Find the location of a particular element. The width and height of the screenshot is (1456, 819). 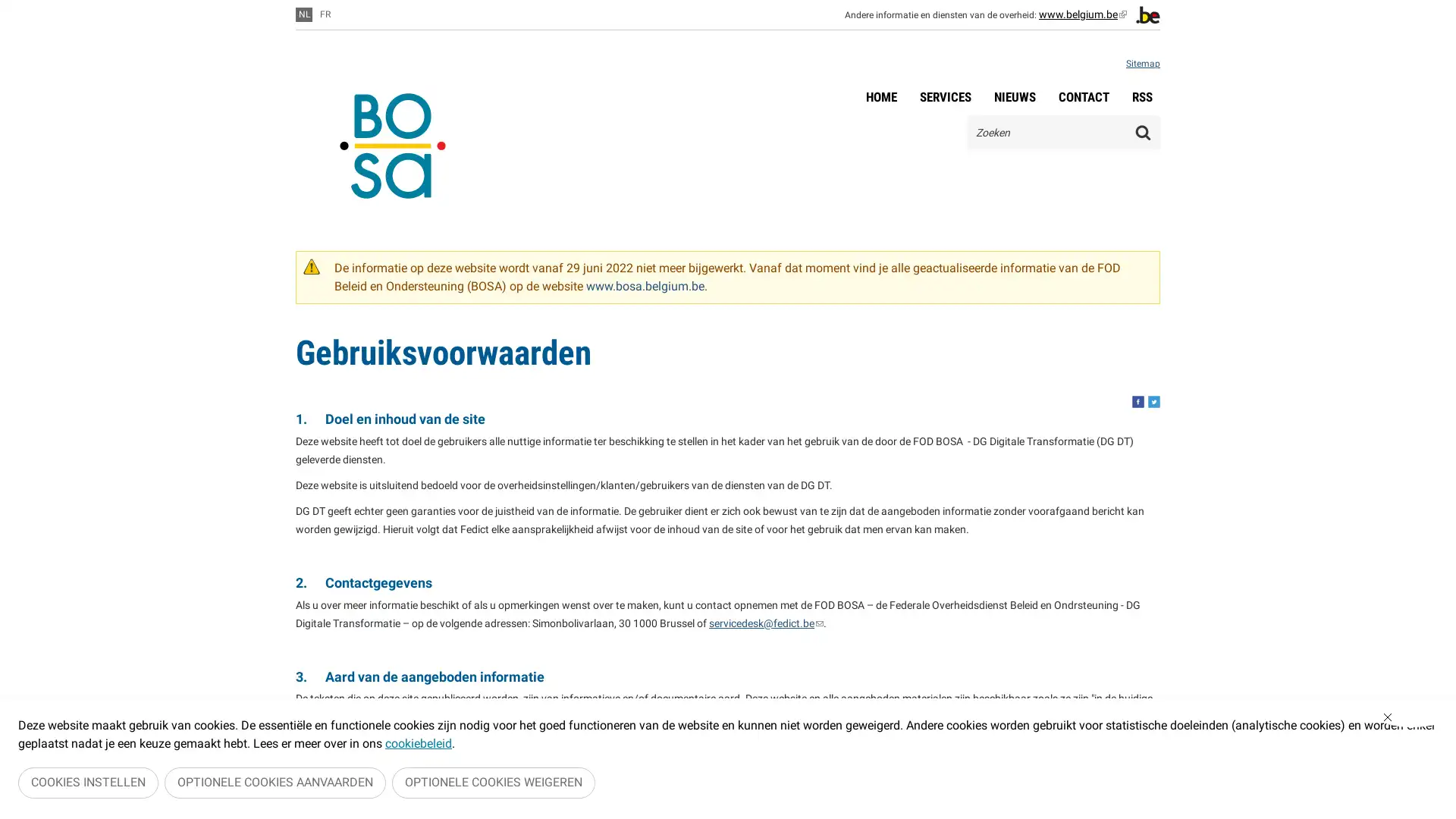

Share this, facebook. This button opens a new window is located at coordinates (1138, 400).